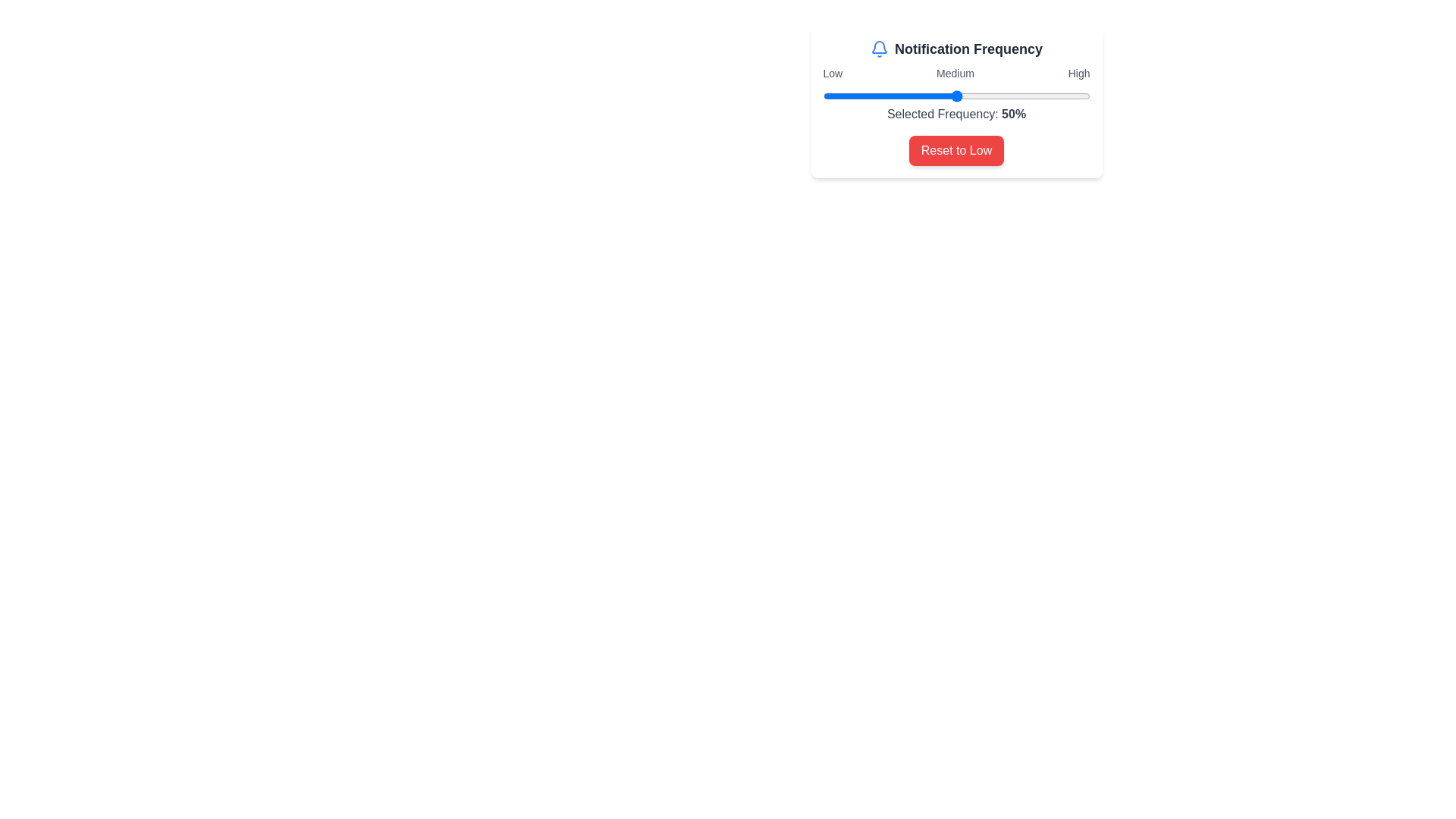  I want to click on the 'Reset to Low' button to set the frequency to low, so click(955, 151).